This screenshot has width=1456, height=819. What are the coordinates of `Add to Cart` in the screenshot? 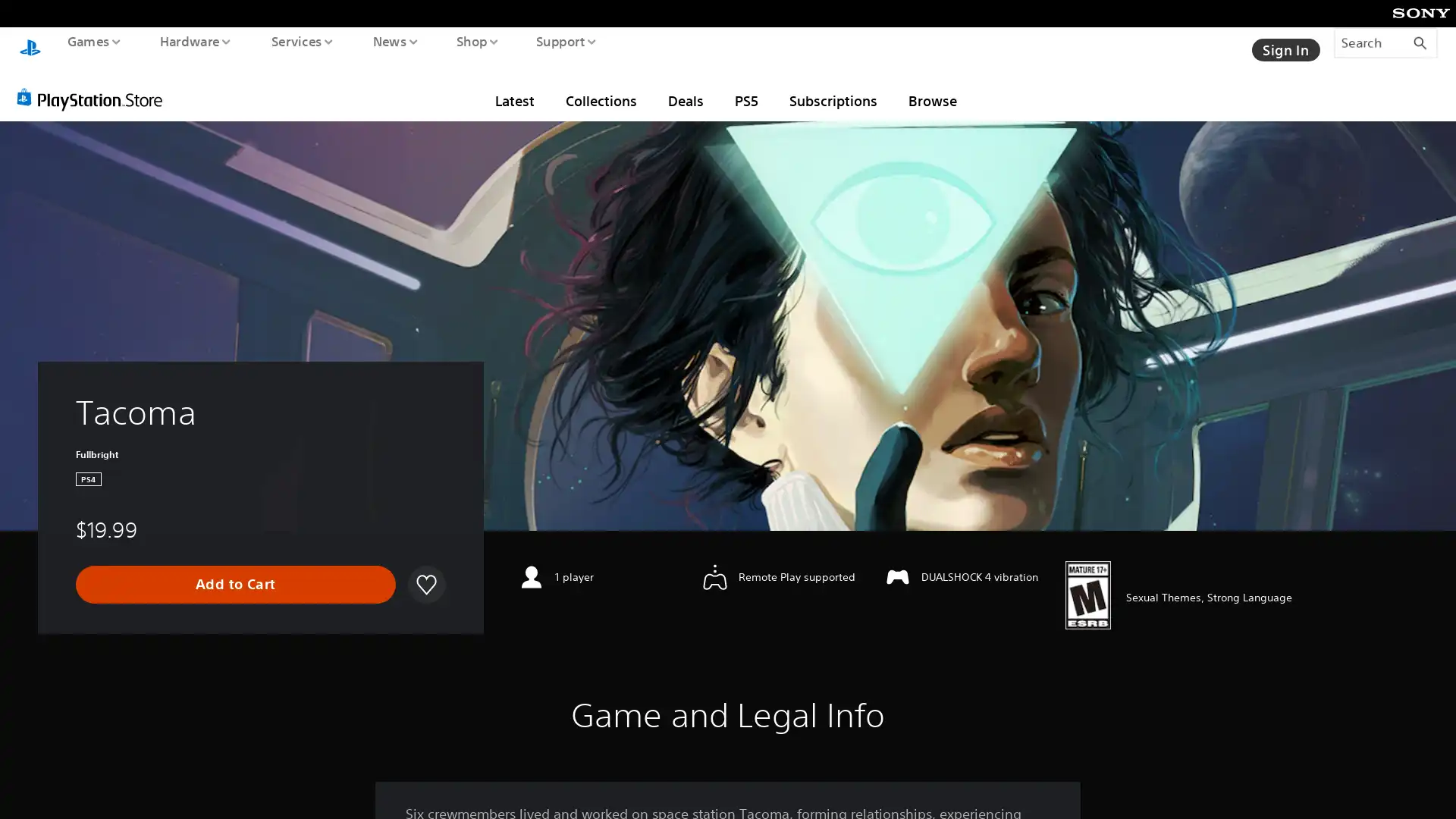 It's located at (235, 570).